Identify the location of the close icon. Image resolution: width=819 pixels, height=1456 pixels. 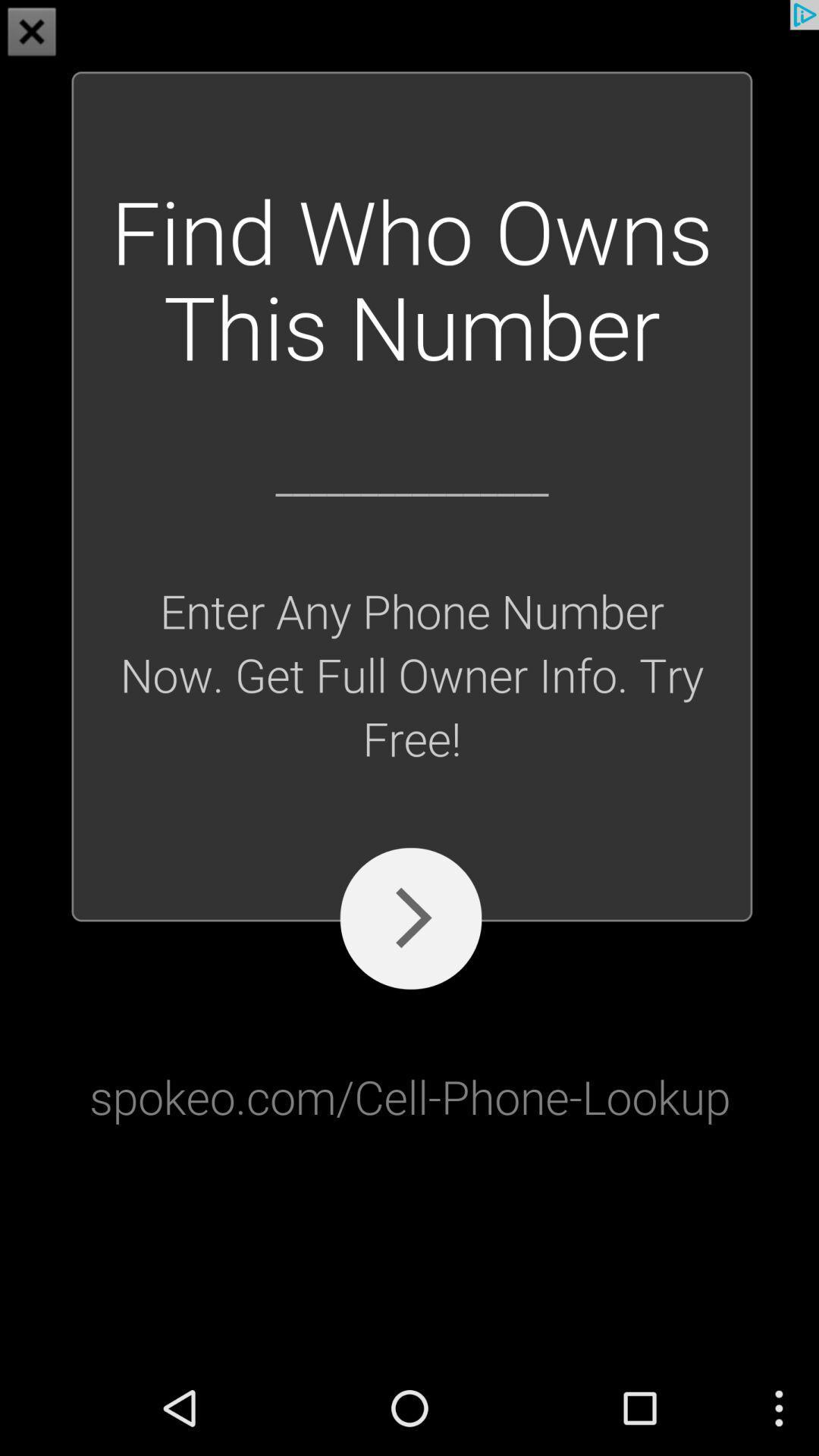
(32, 33).